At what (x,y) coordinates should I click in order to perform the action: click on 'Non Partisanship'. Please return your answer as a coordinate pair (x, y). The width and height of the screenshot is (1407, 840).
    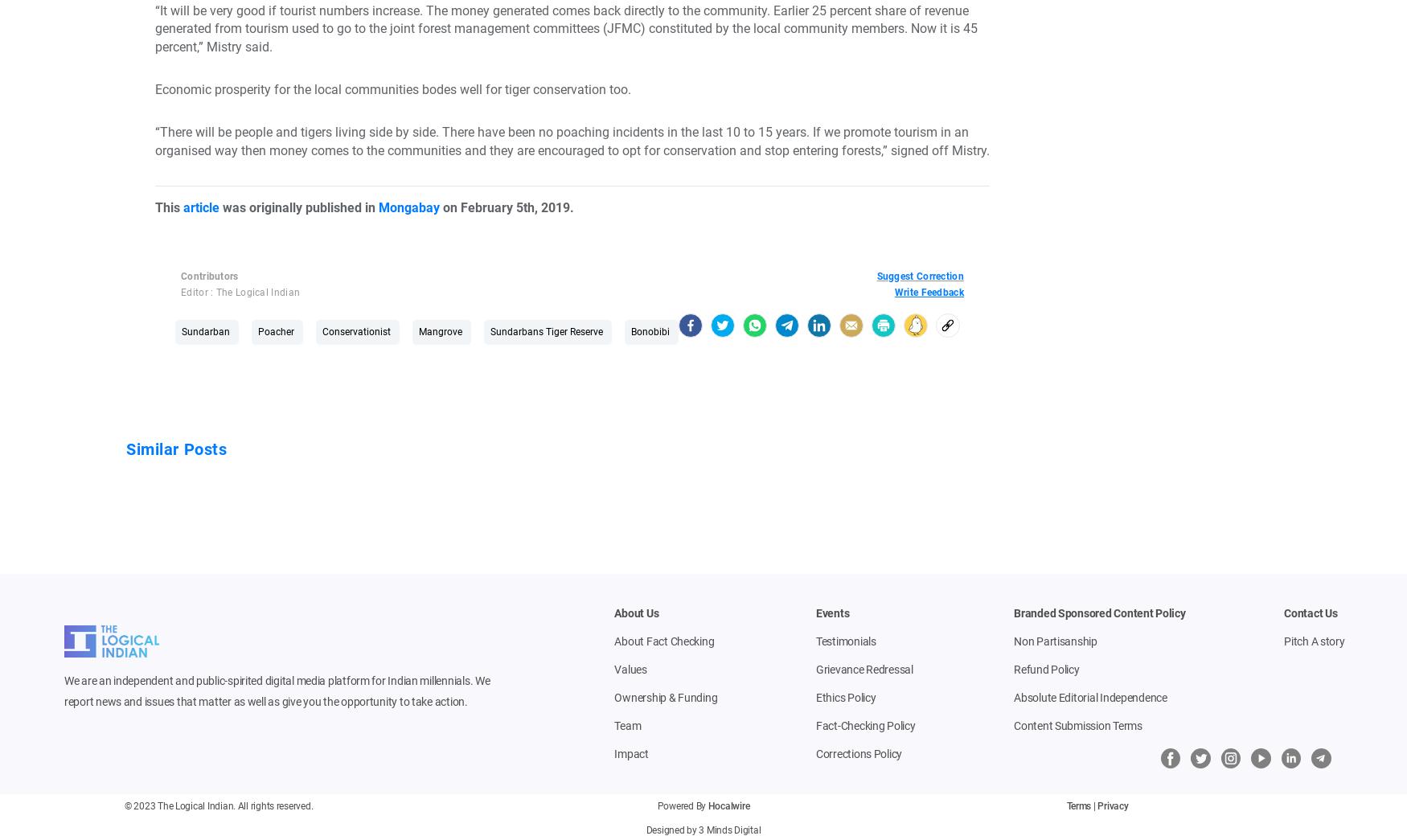
    Looking at the image, I should click on (1054, 641).